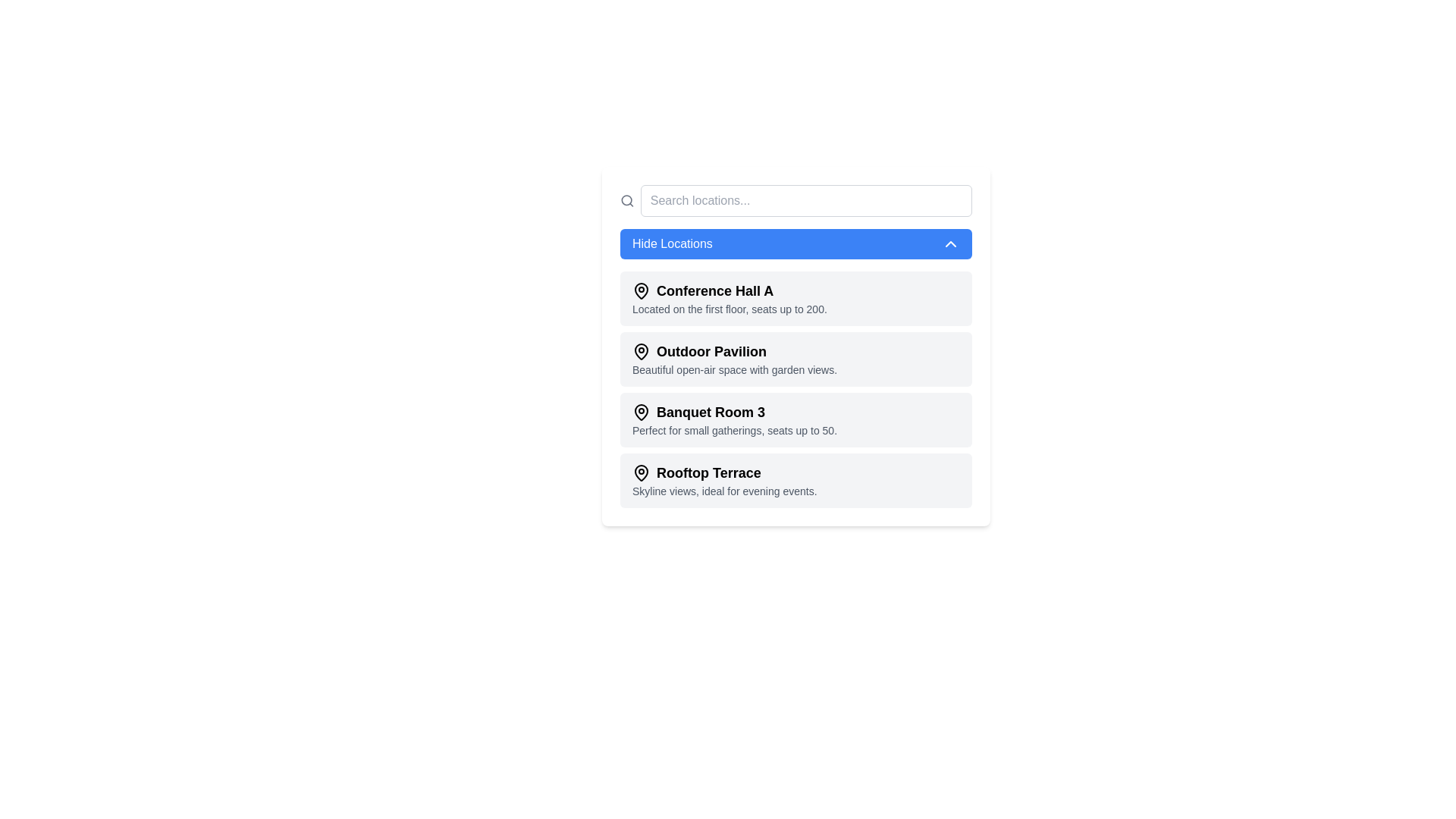 Image resolution: width=1456 pixels, height=819 pixels. I want to click on the bright blue button labeled 'Hide Locations', so click(795, 243).